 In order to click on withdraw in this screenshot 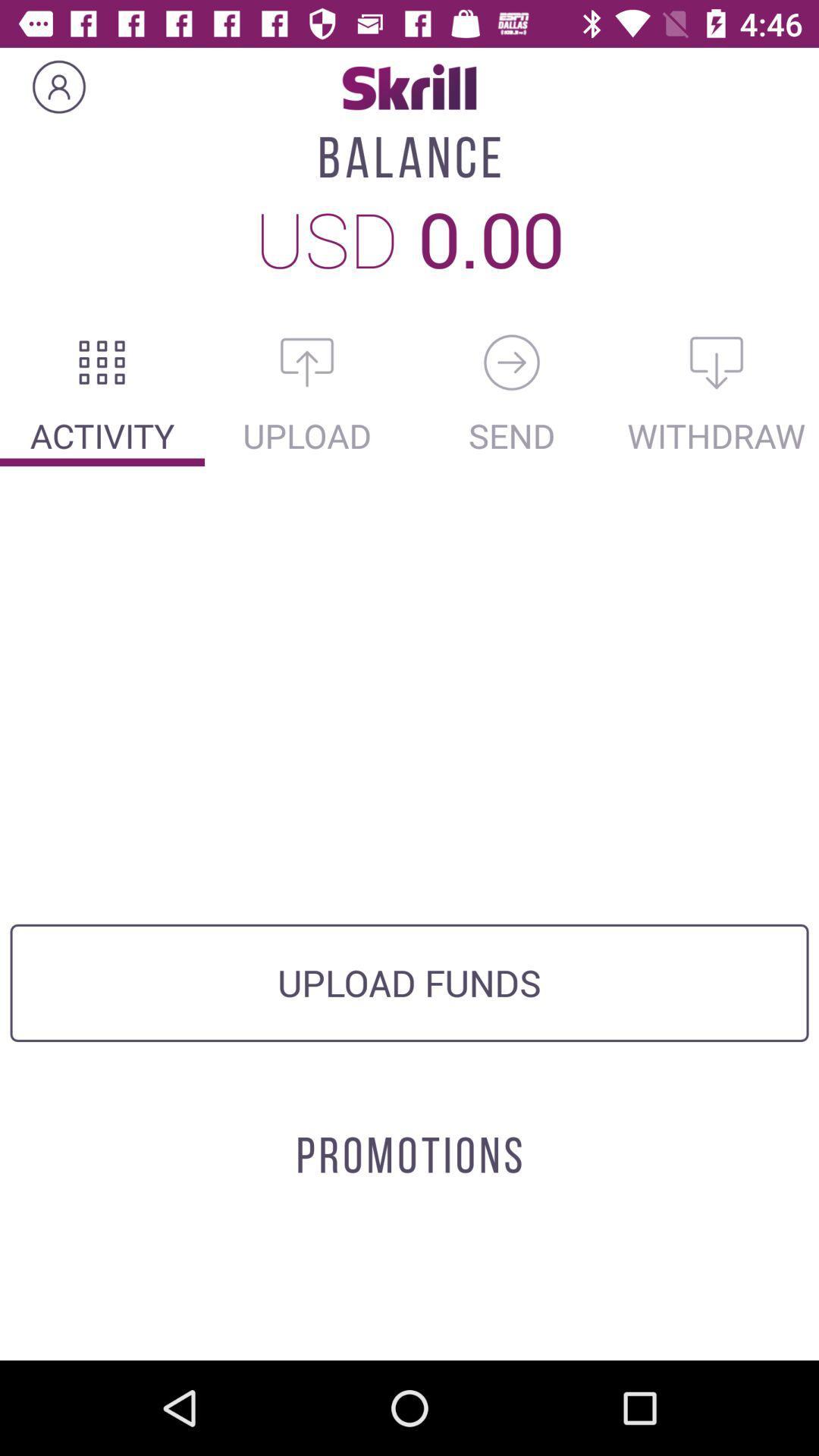, I will do `click(717, 362)`.